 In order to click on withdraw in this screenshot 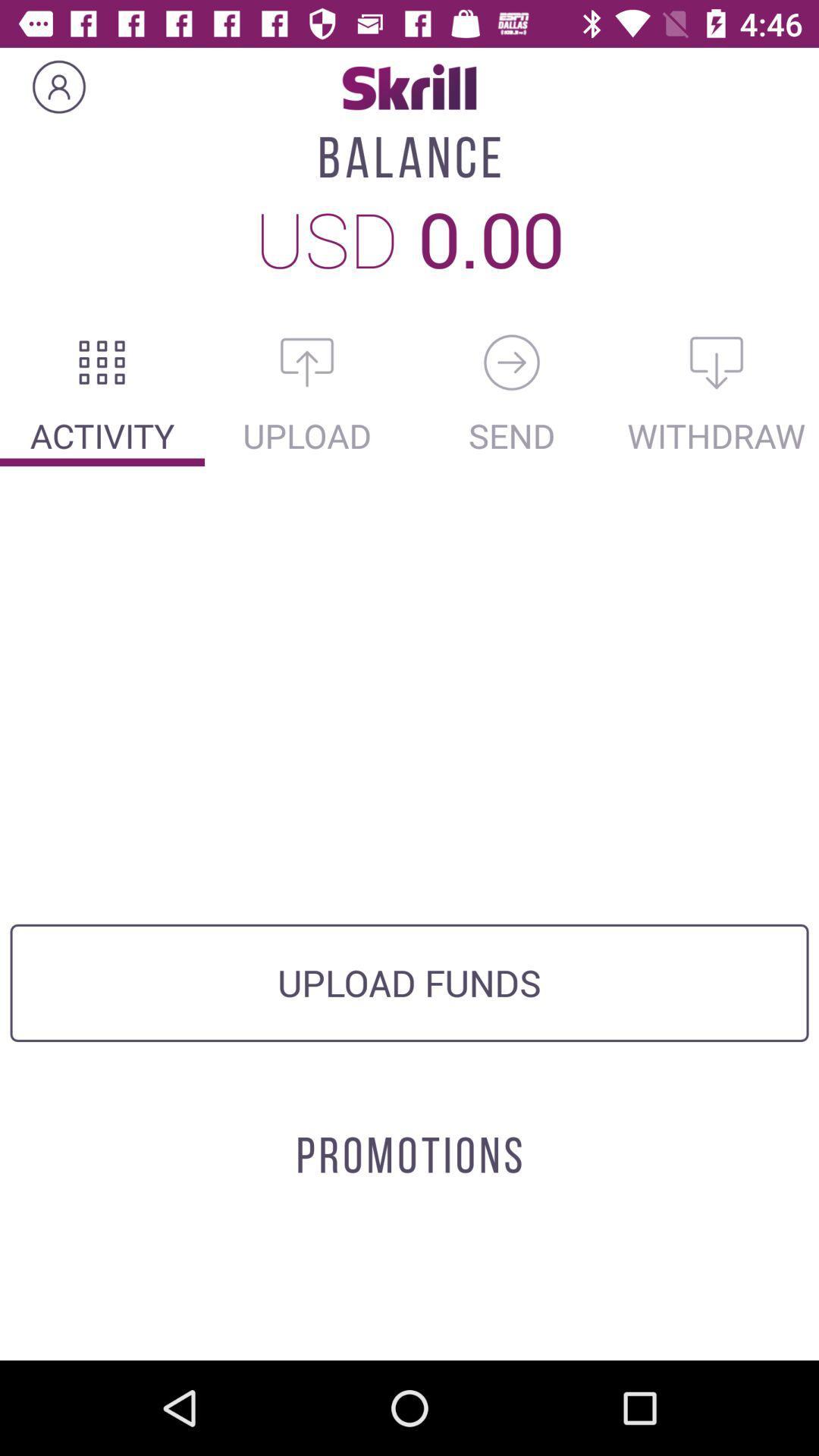, I will do `click(717, 362)`.